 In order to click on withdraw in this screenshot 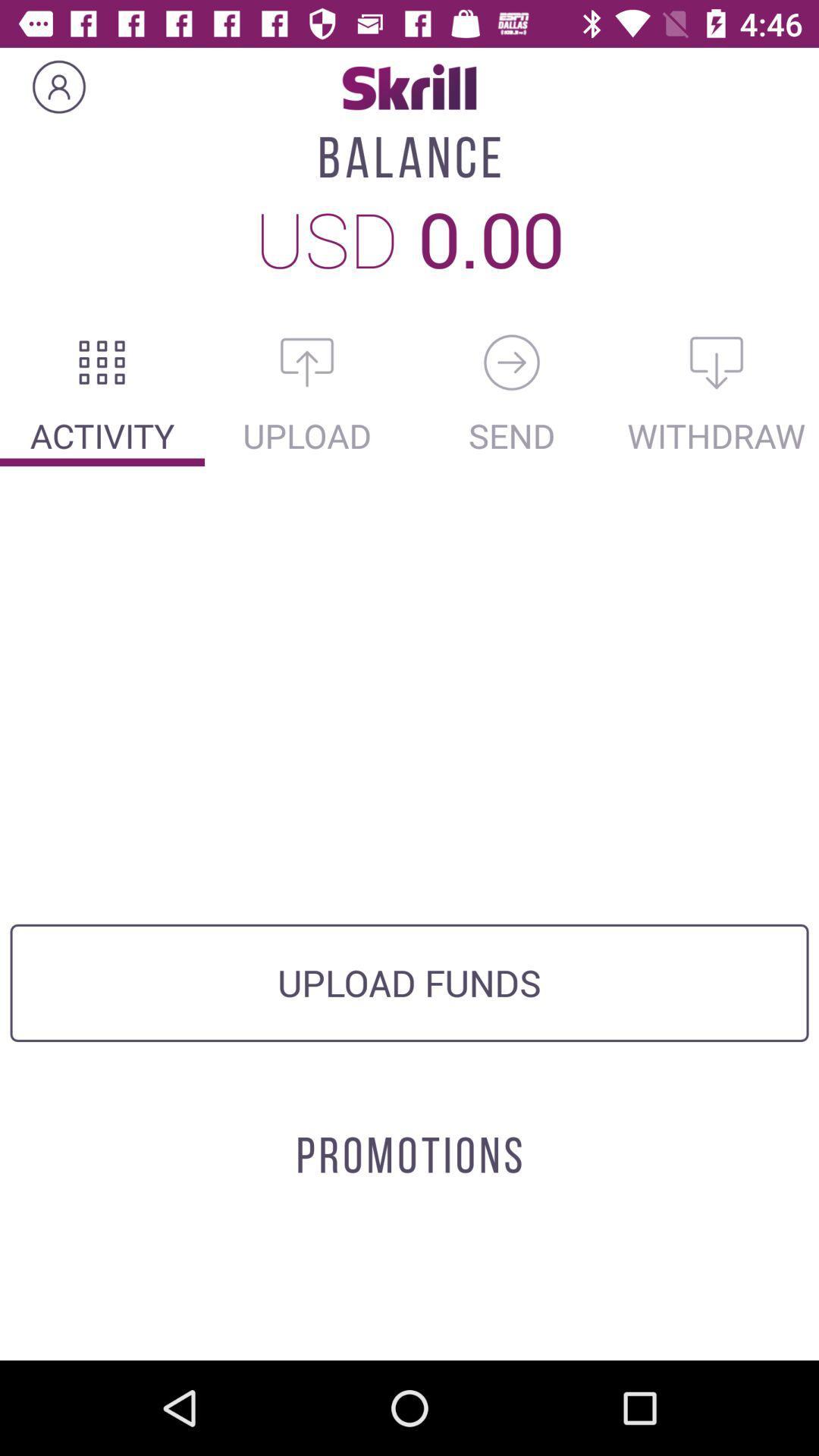, I will do `click(717, 362)`.